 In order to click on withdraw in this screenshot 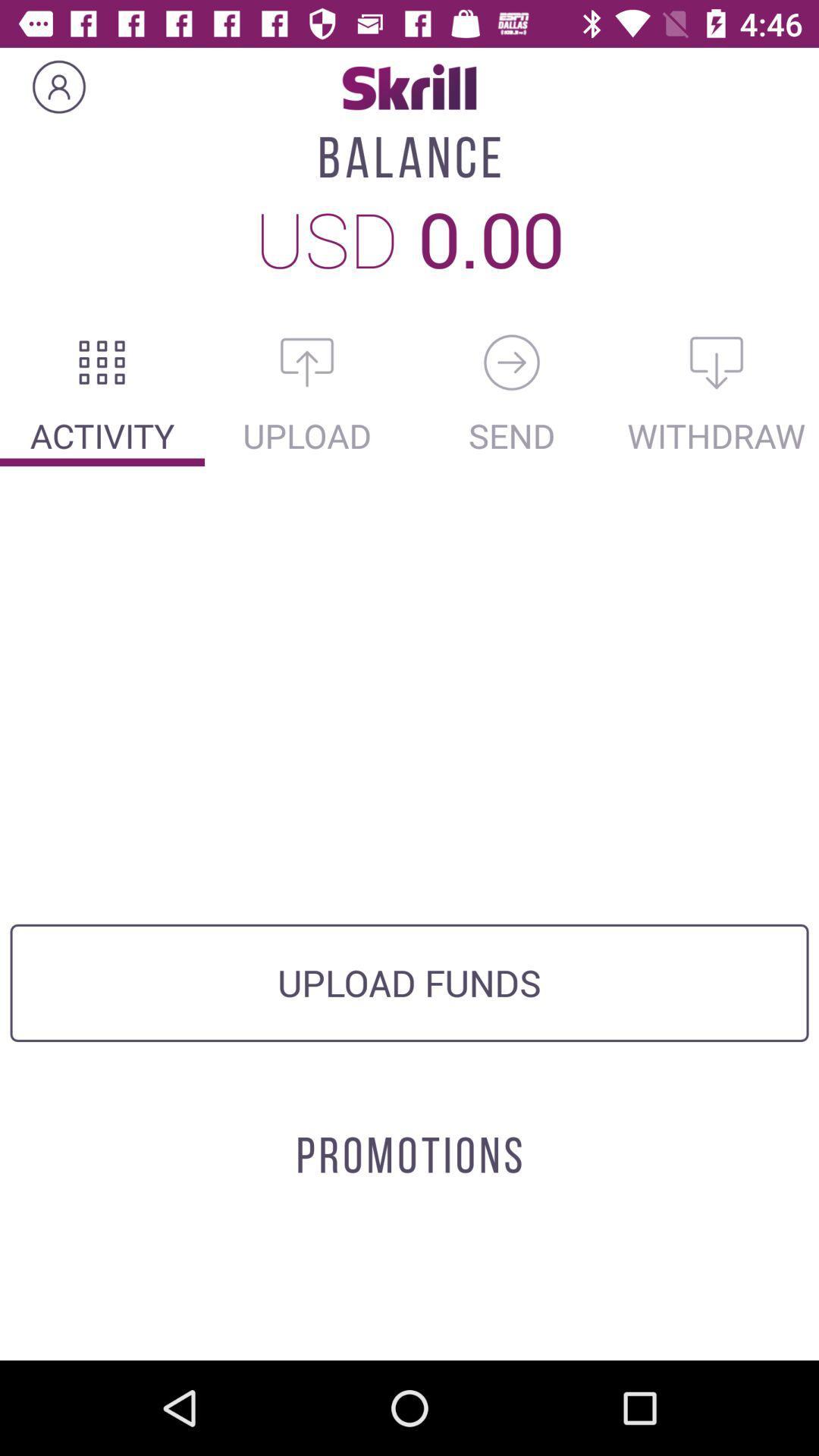, I will do `click(717, 362)`.